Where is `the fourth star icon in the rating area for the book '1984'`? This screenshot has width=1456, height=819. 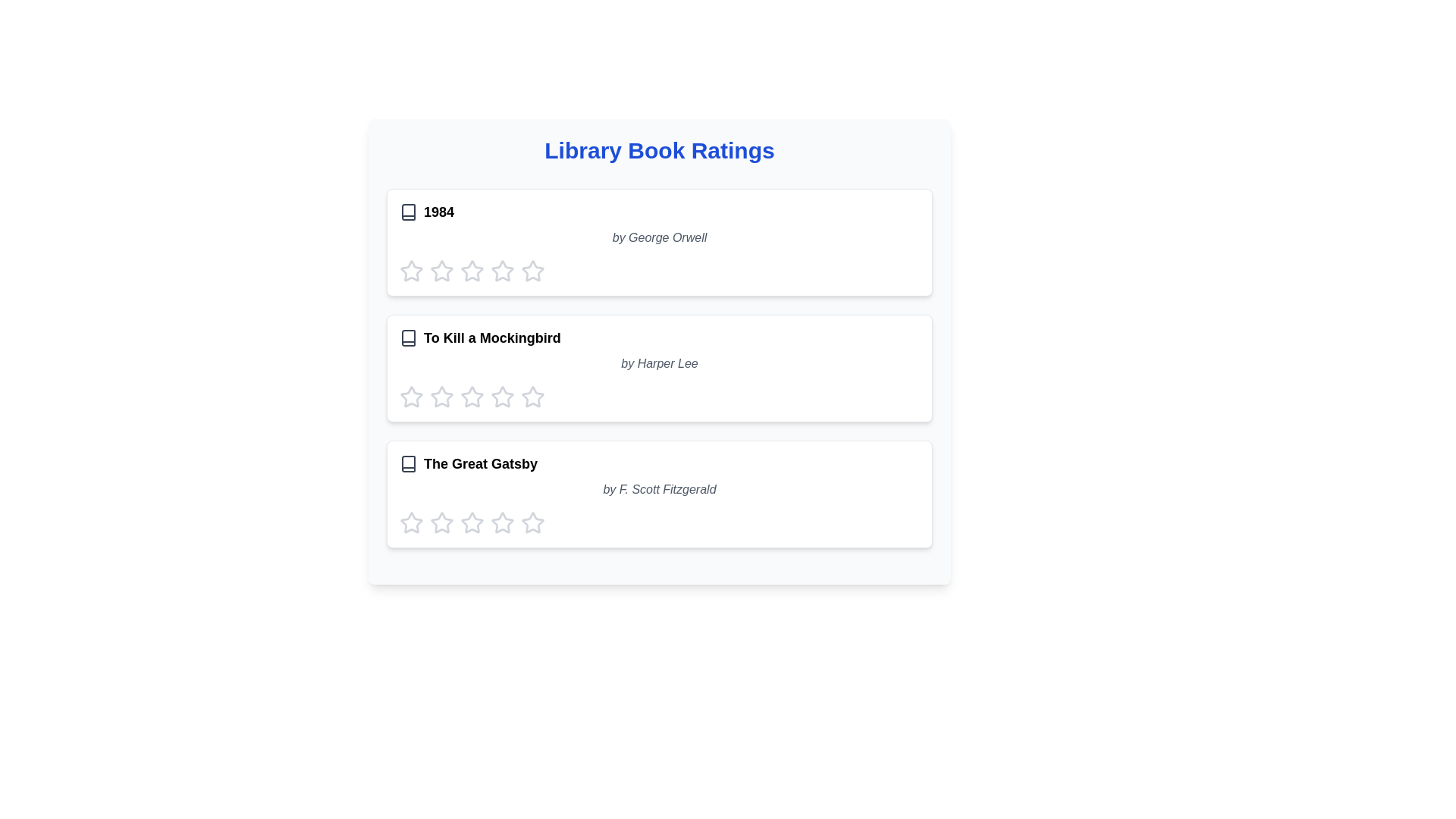
the fourth star icon in the rating area for the book '1984' is located at coordinates (532, 271).